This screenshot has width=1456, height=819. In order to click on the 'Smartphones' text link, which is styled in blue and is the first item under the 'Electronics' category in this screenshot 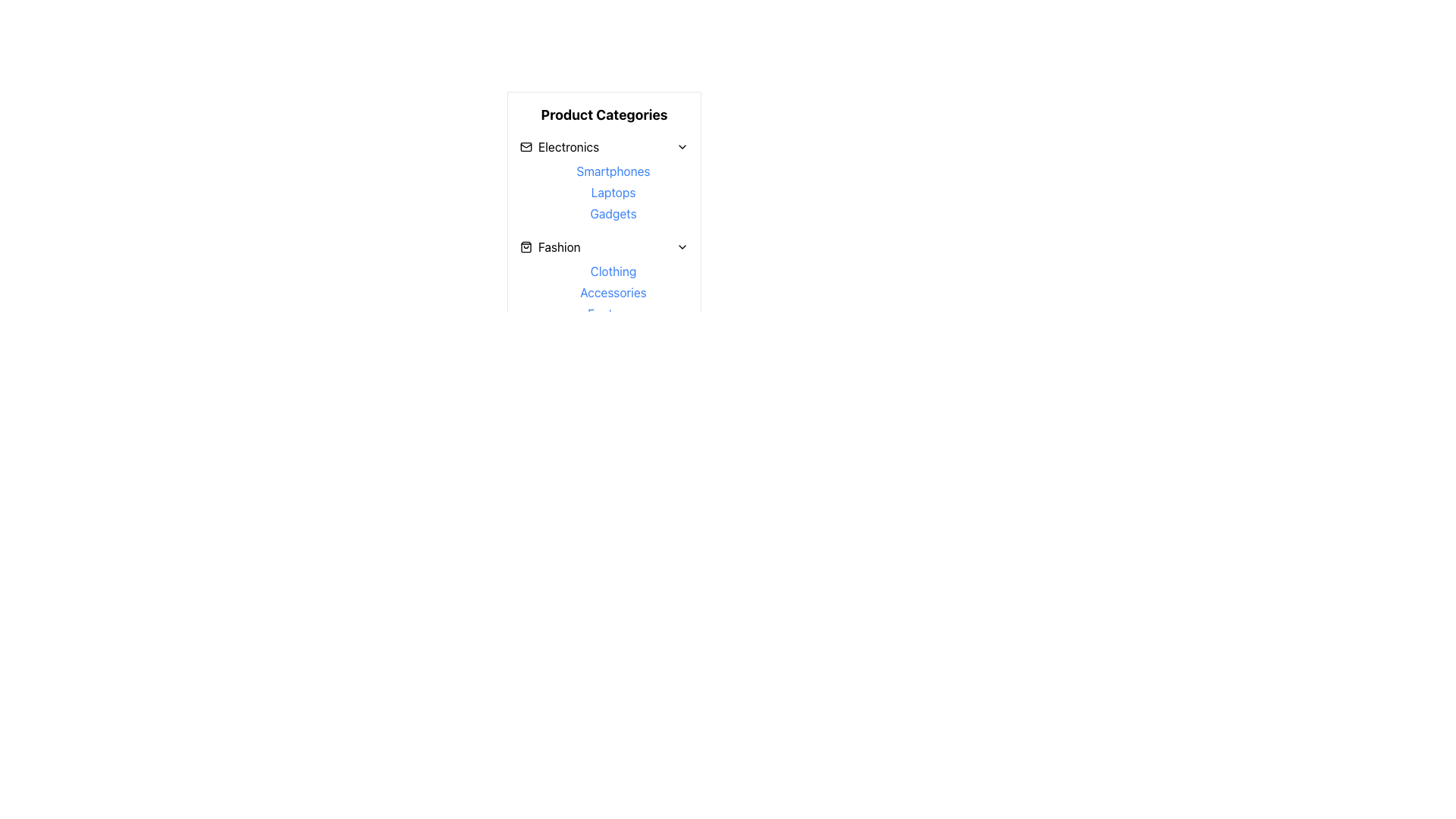, I will do `click(613, 171)`.